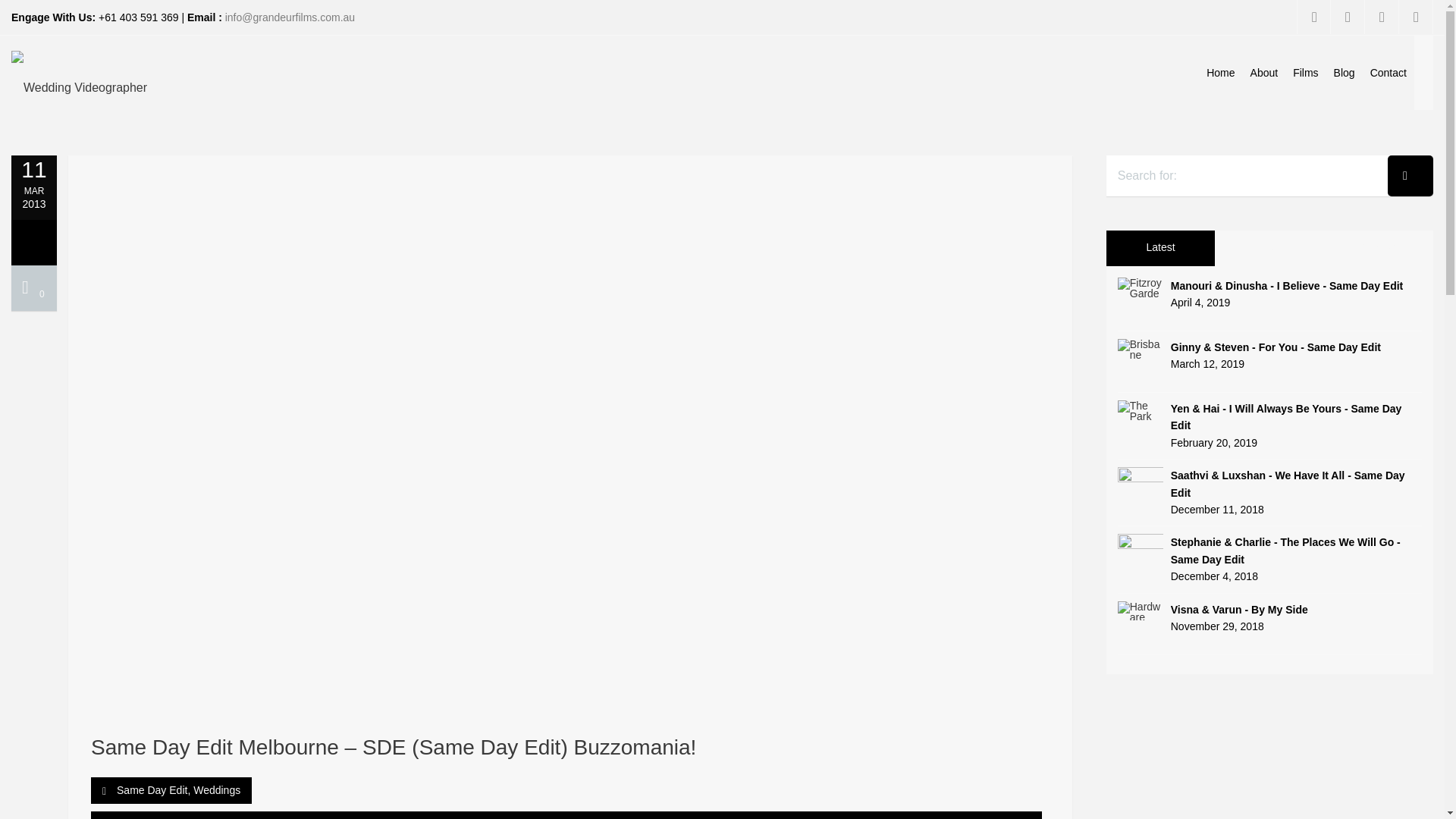  Describe the element at coordinates (1325, 73) in the screenshot. I see `'Blog'` at that location.